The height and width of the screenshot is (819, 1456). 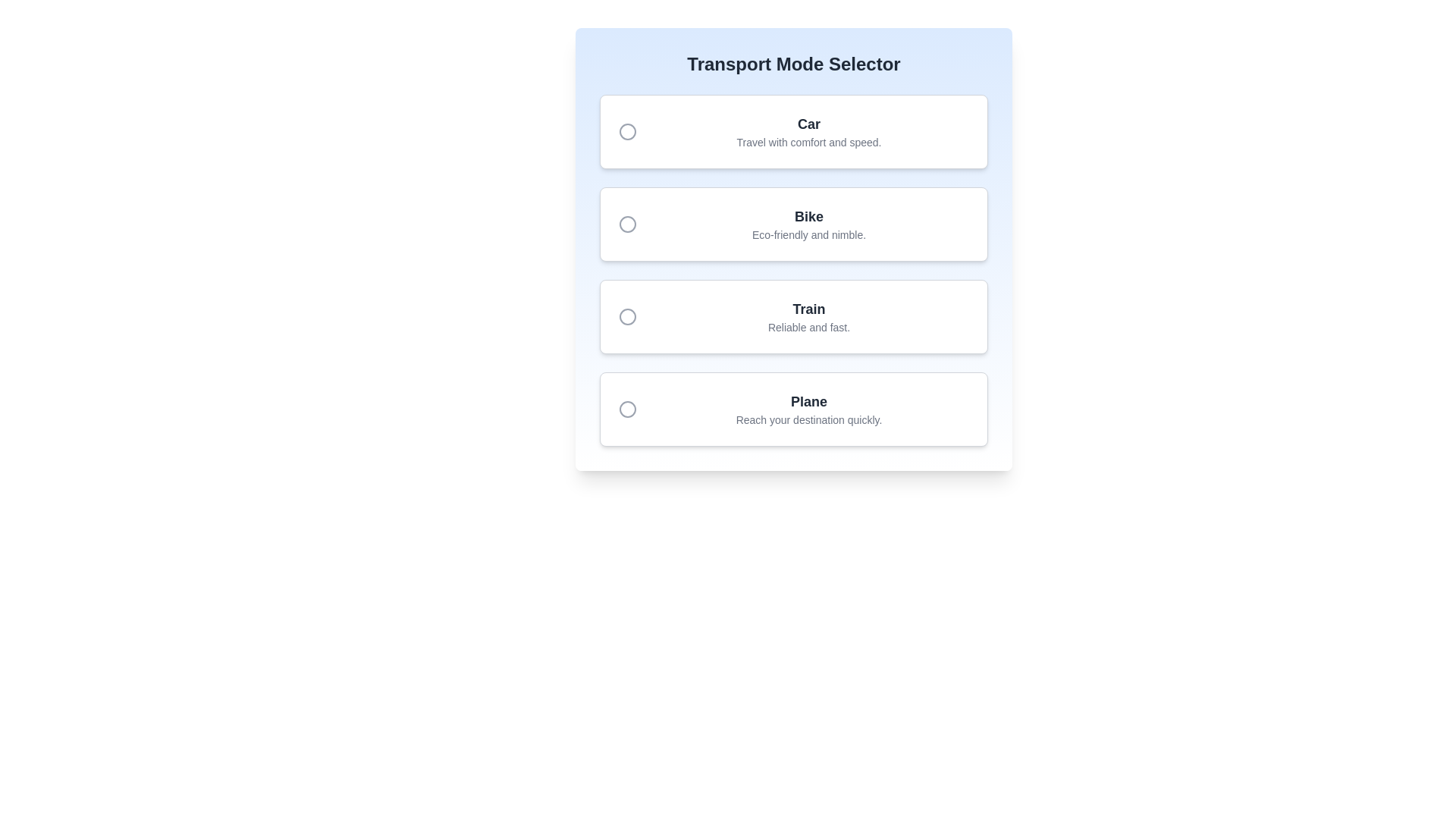 I want to click on the radio button indicating the 'Bike' option in the transport mode selection interface, so click(x=628, y=224).